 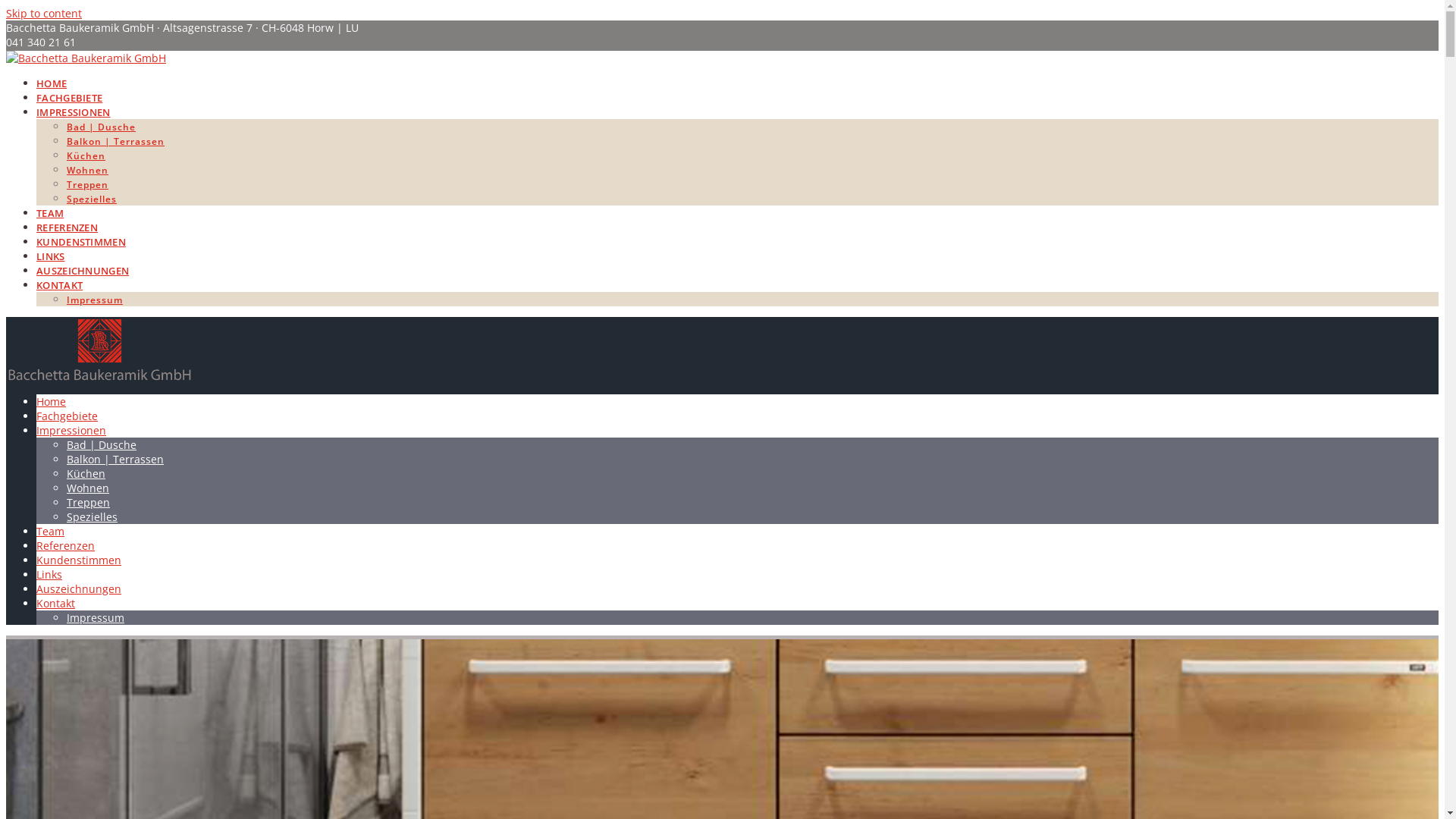 What do you see at coordinates (100, 126) in the screenshot?
I see `'Bad | Dusche'` at bounding box center [100, 126].